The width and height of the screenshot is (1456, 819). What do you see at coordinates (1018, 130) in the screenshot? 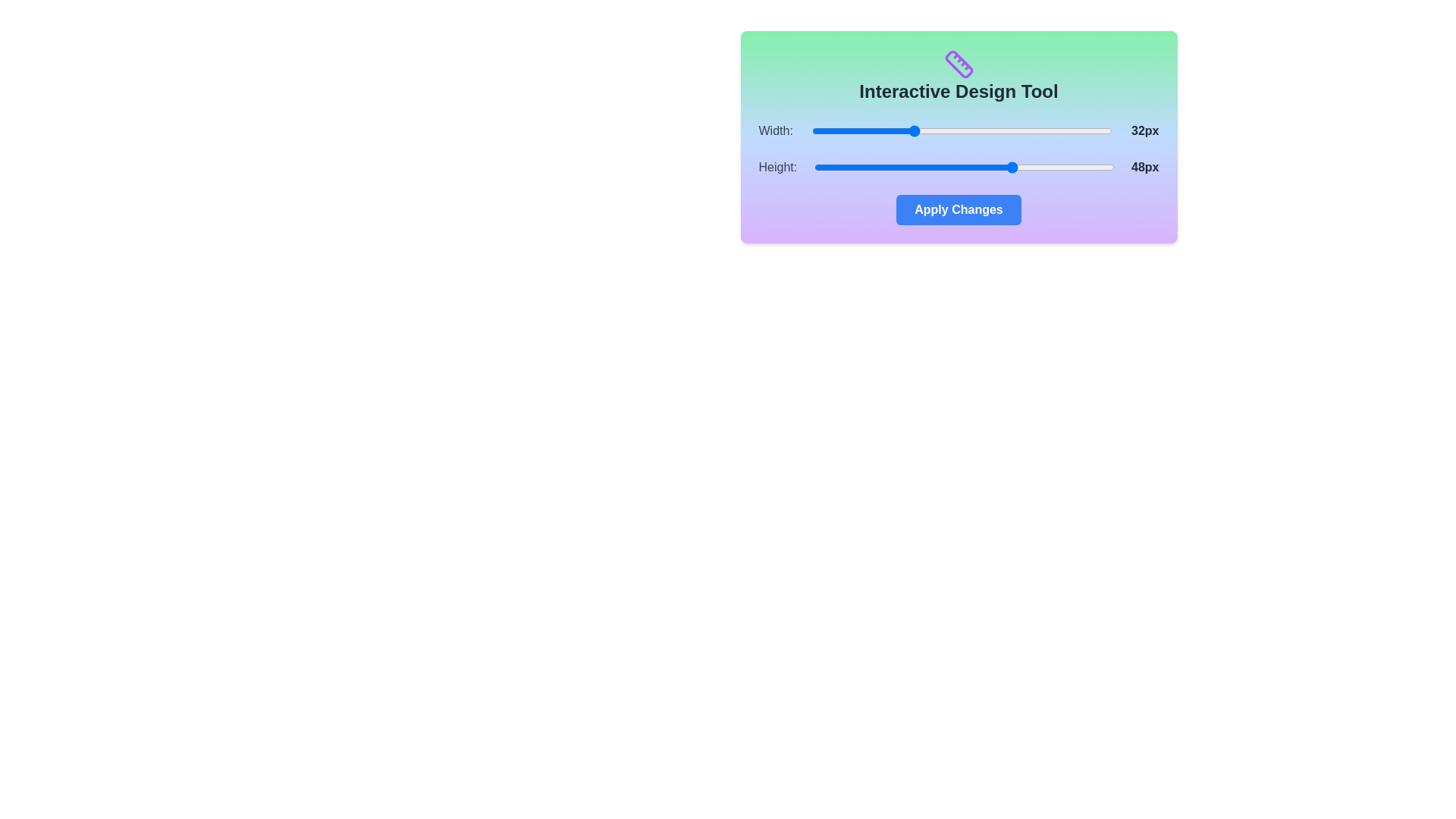
I see `the 'Width' slider to set its value to 49 within the range of 16 to 64` at bounding box center [1018, 130].